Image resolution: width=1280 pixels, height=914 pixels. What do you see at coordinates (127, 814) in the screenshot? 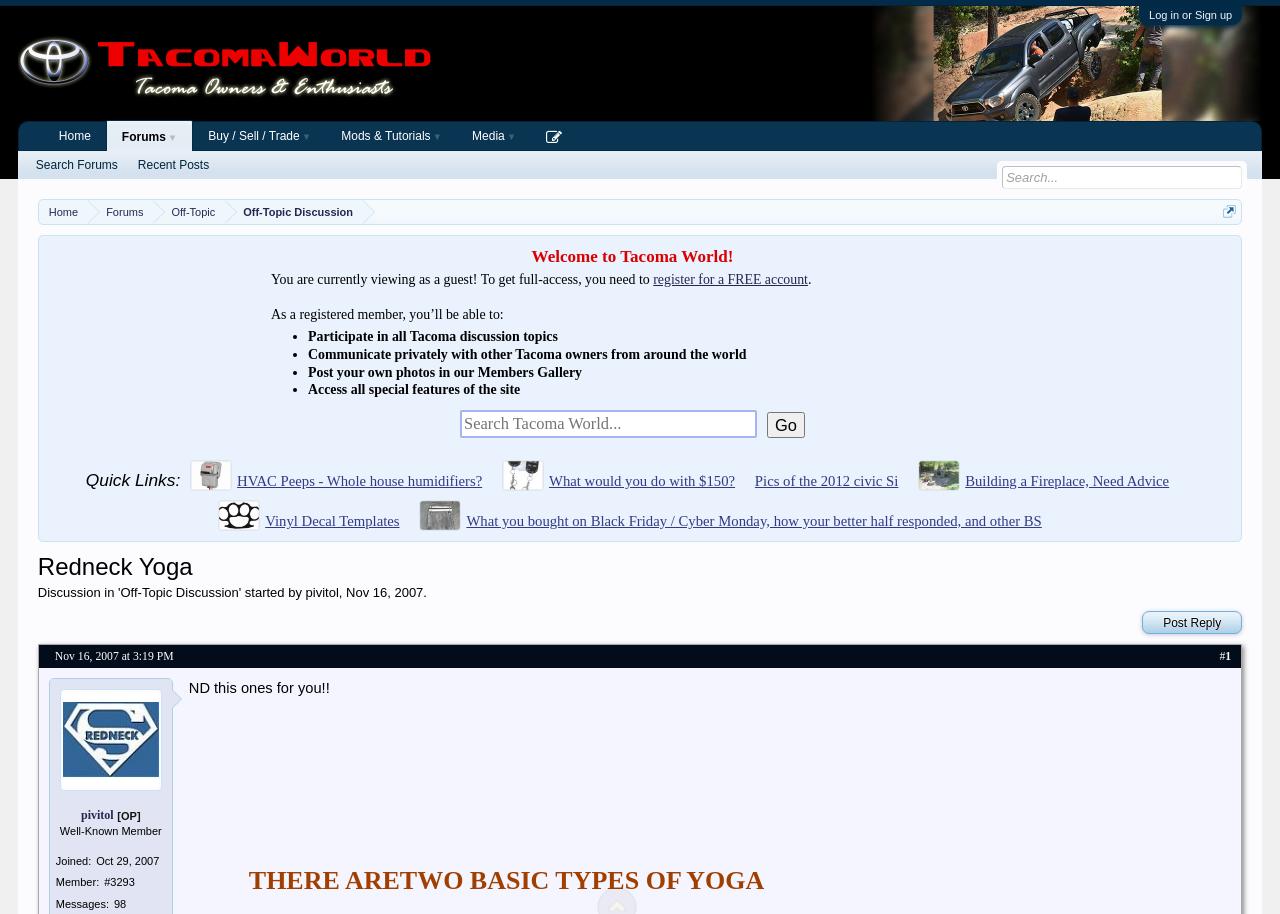
I see `'[OP]'` at bounding box center [127, 814].